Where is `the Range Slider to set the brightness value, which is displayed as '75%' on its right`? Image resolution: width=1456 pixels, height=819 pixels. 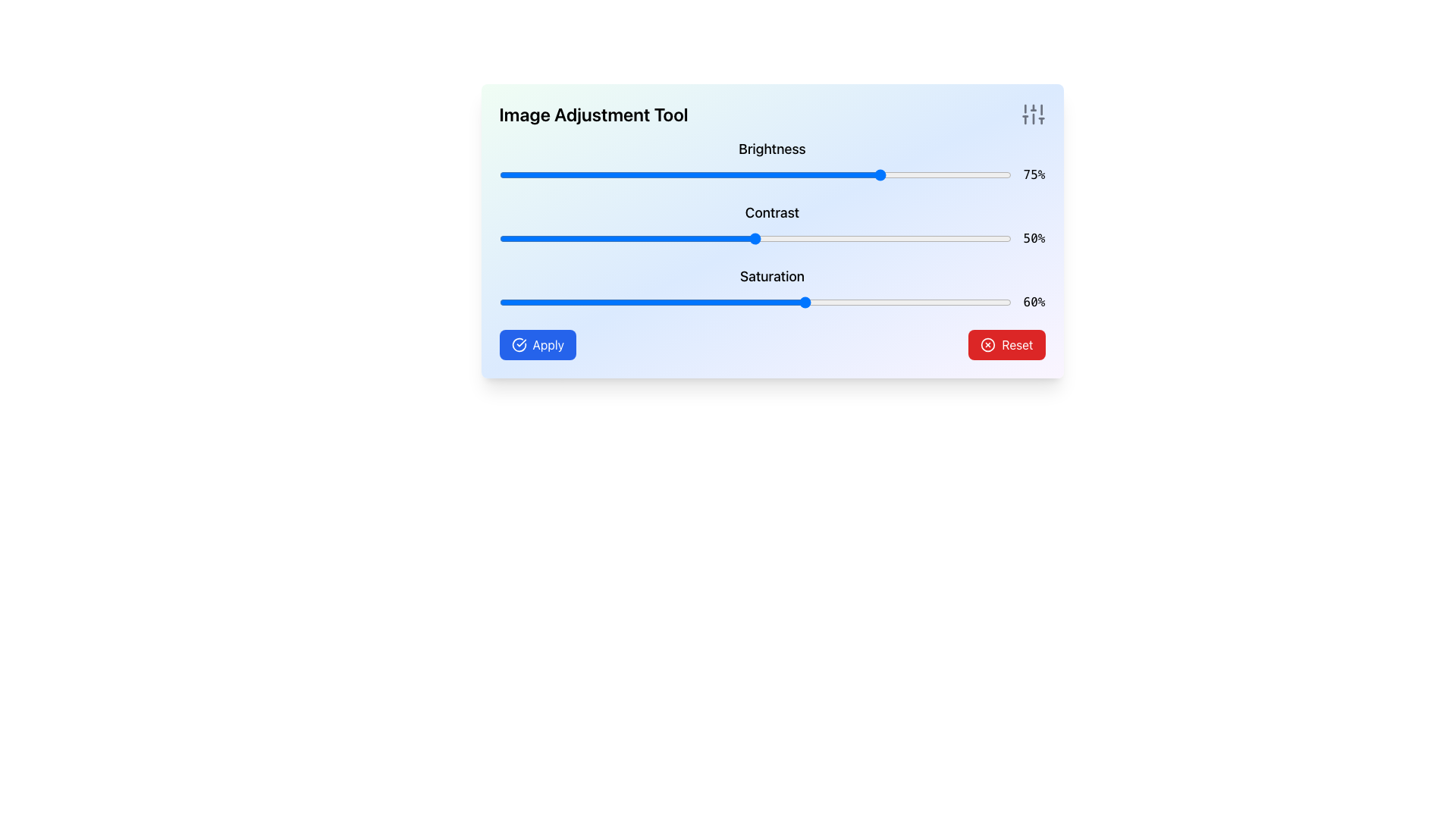 the Range Slider to set the brightness value, which is displayed as '75%' on its right is located at coordinates (755, 174).